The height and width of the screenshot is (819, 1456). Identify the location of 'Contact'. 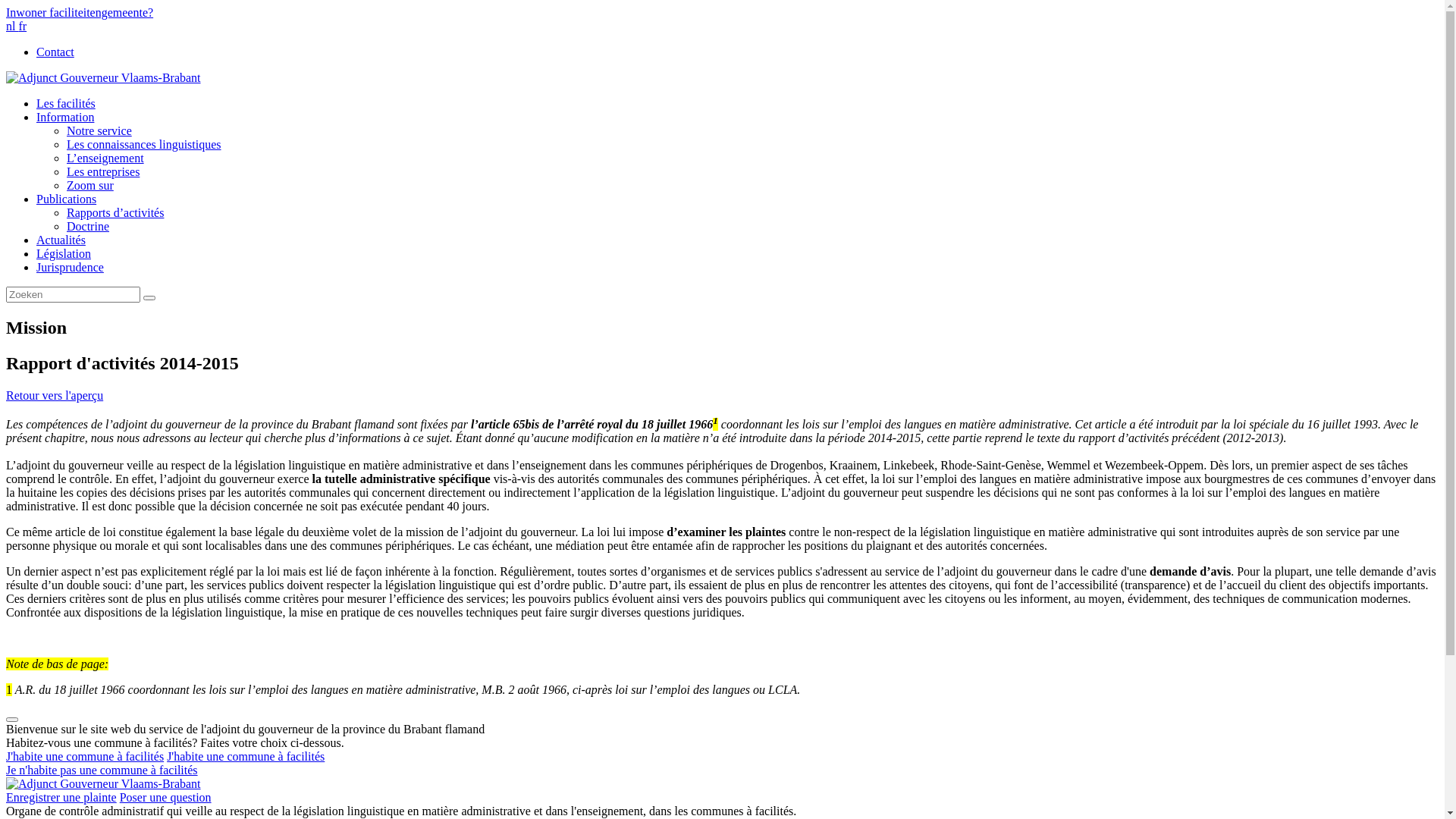
(55, 51).